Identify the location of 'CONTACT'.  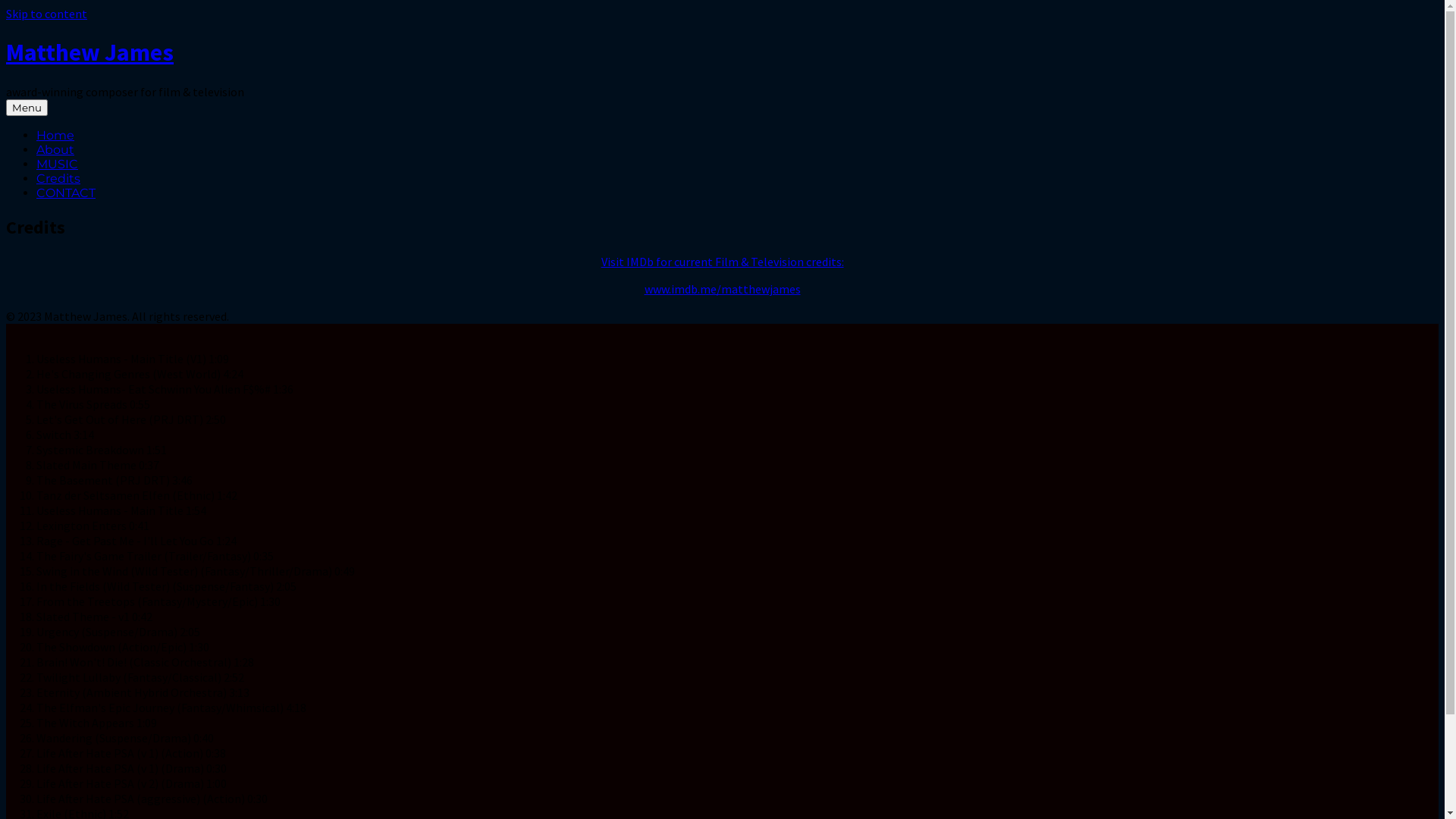
(64, 192).